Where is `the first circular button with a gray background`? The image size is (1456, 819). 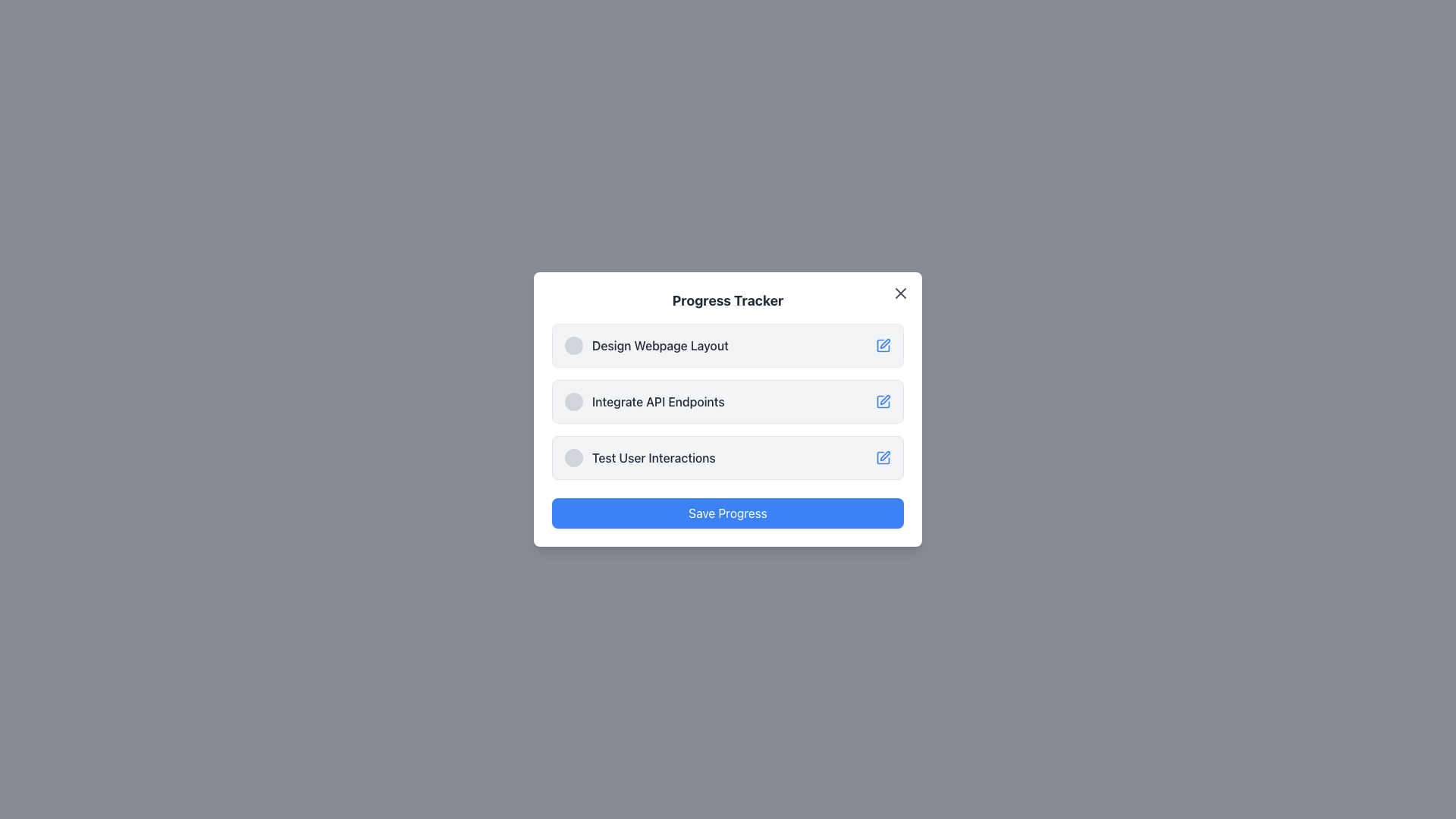
the first circular button with a gray background is located at coordinates (573, 457).